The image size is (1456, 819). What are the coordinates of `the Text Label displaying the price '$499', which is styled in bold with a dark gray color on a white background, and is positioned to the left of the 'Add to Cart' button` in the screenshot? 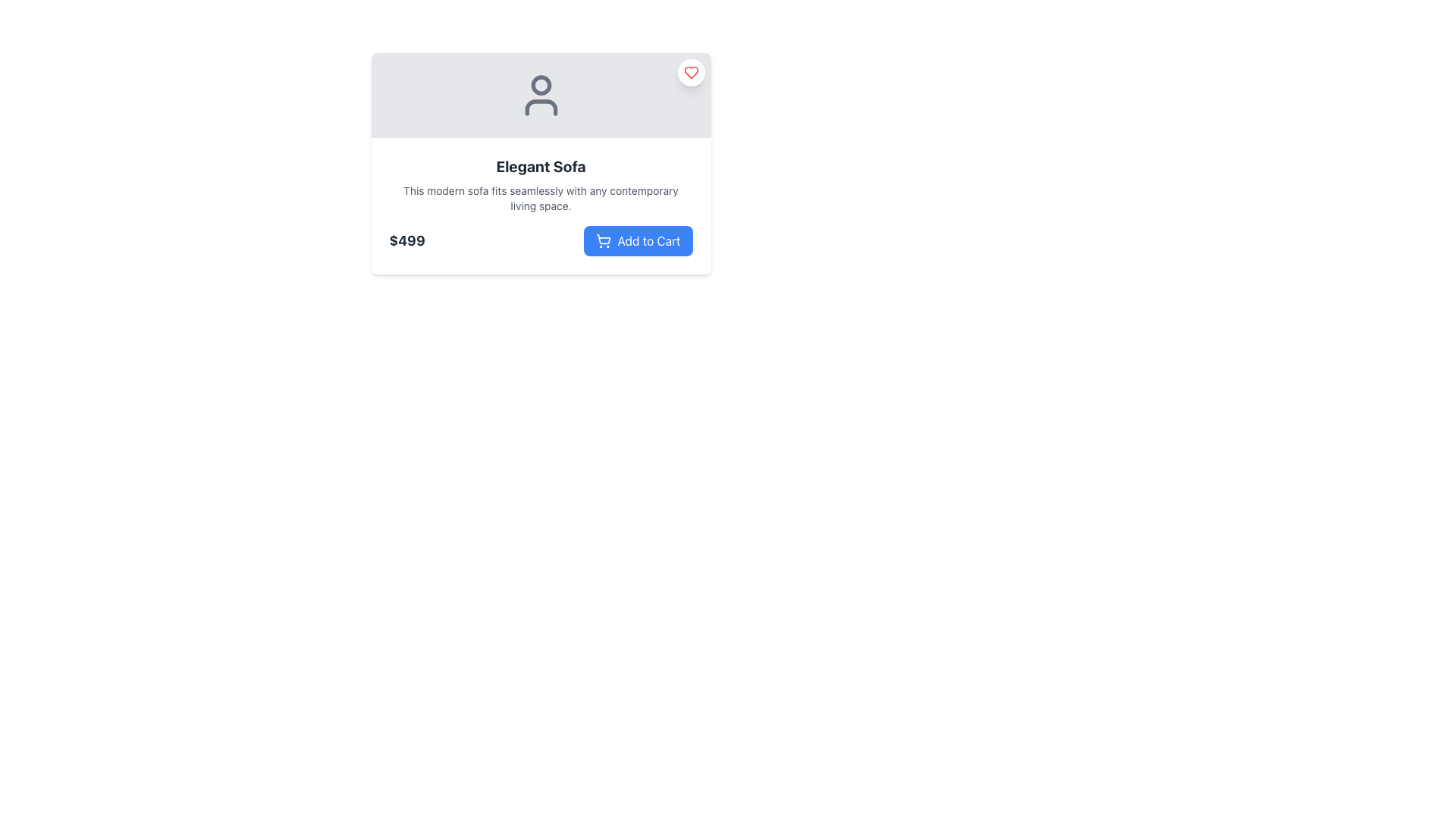 It's located at (407, 240).